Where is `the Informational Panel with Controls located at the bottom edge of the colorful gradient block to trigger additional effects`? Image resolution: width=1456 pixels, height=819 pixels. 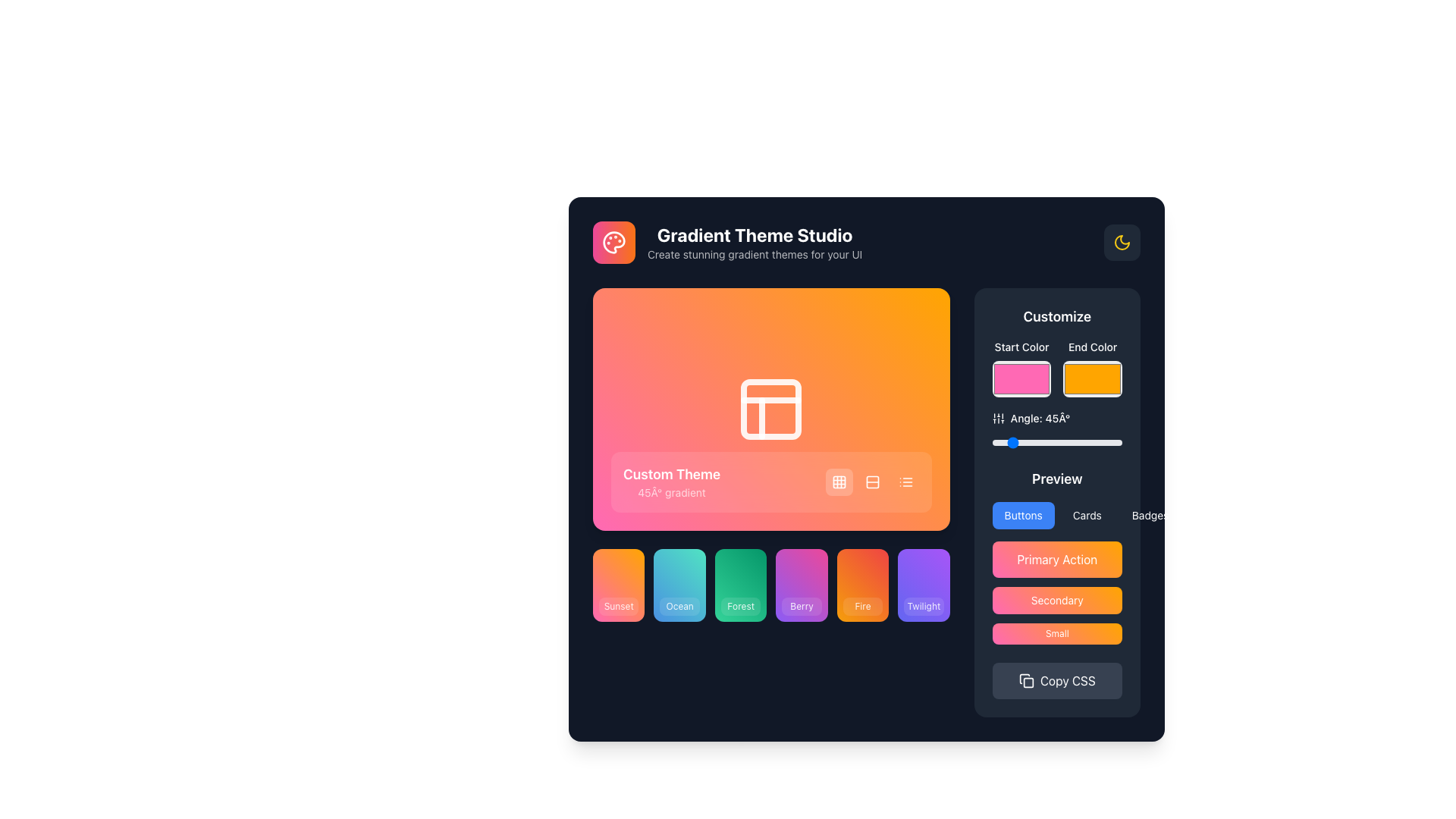
the Informational Panel with Controls located at the bottom edge of the colorful gradient block to trigger additional effects is located at coordinates (771, 482).